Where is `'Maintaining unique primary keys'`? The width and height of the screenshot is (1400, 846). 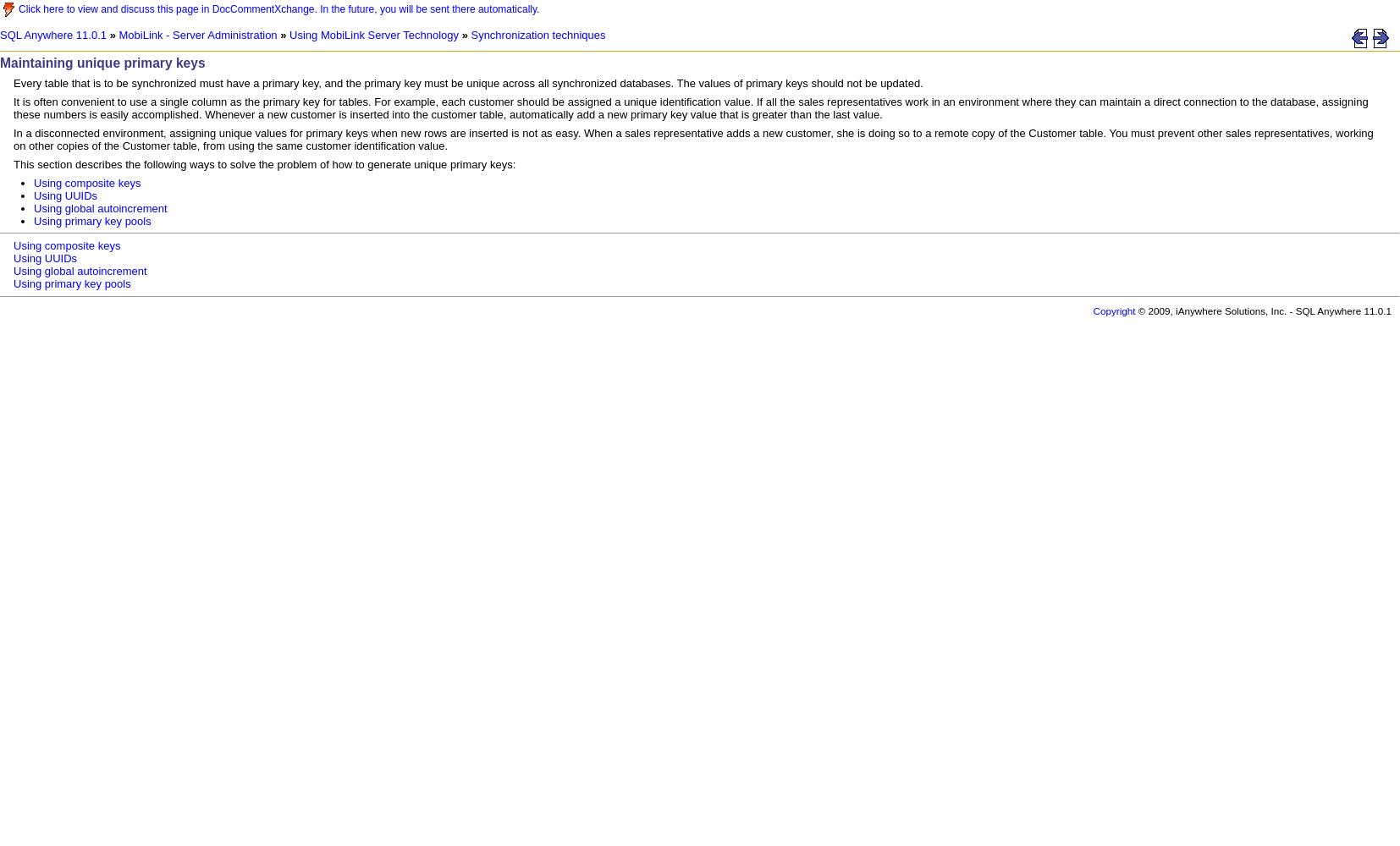 'Maintaining unique primary keys' is located at coordinates (102, 62).